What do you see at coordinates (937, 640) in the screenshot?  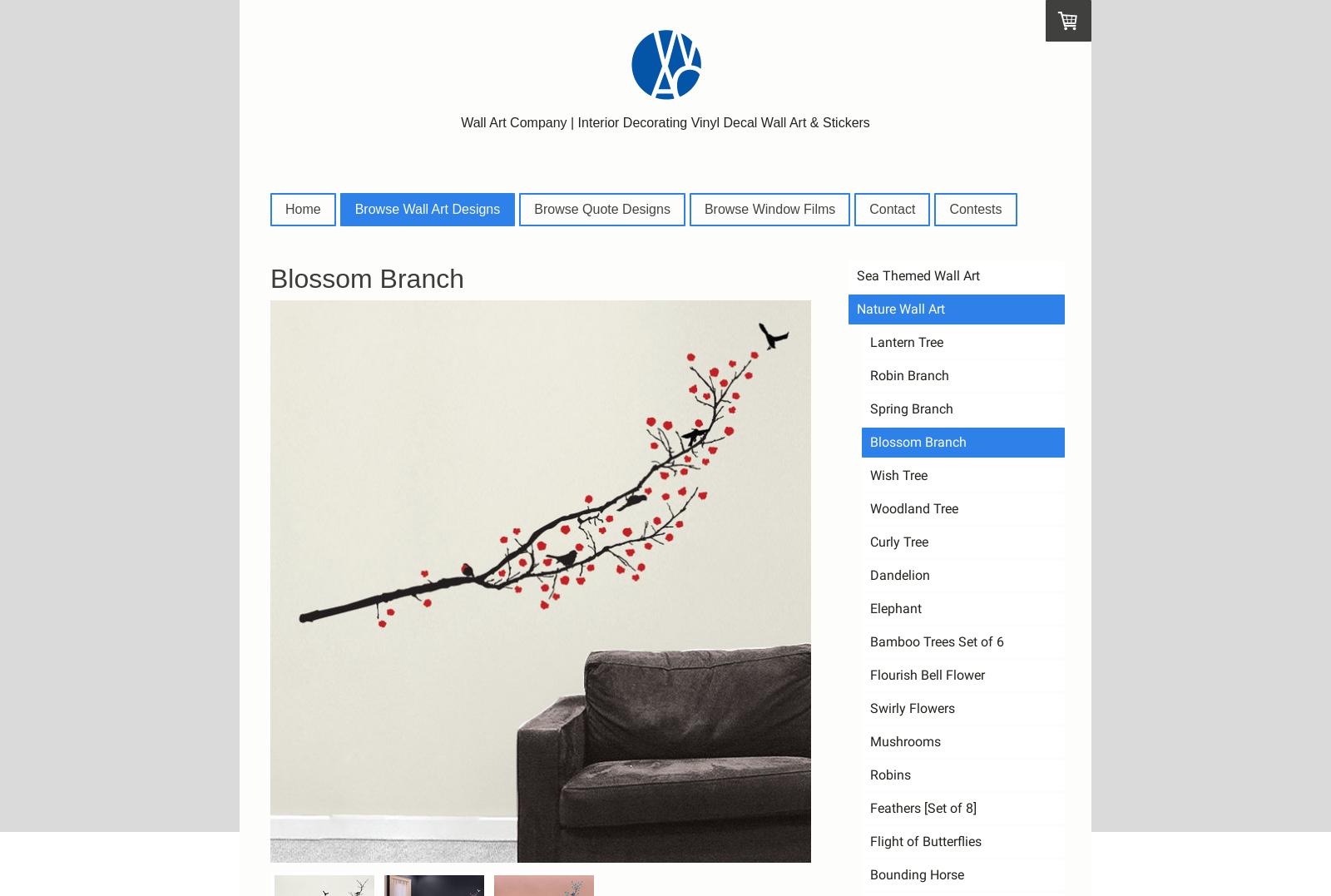 I see `'Bamboo Trees Set of 6'` at bounding box center [937, 640].